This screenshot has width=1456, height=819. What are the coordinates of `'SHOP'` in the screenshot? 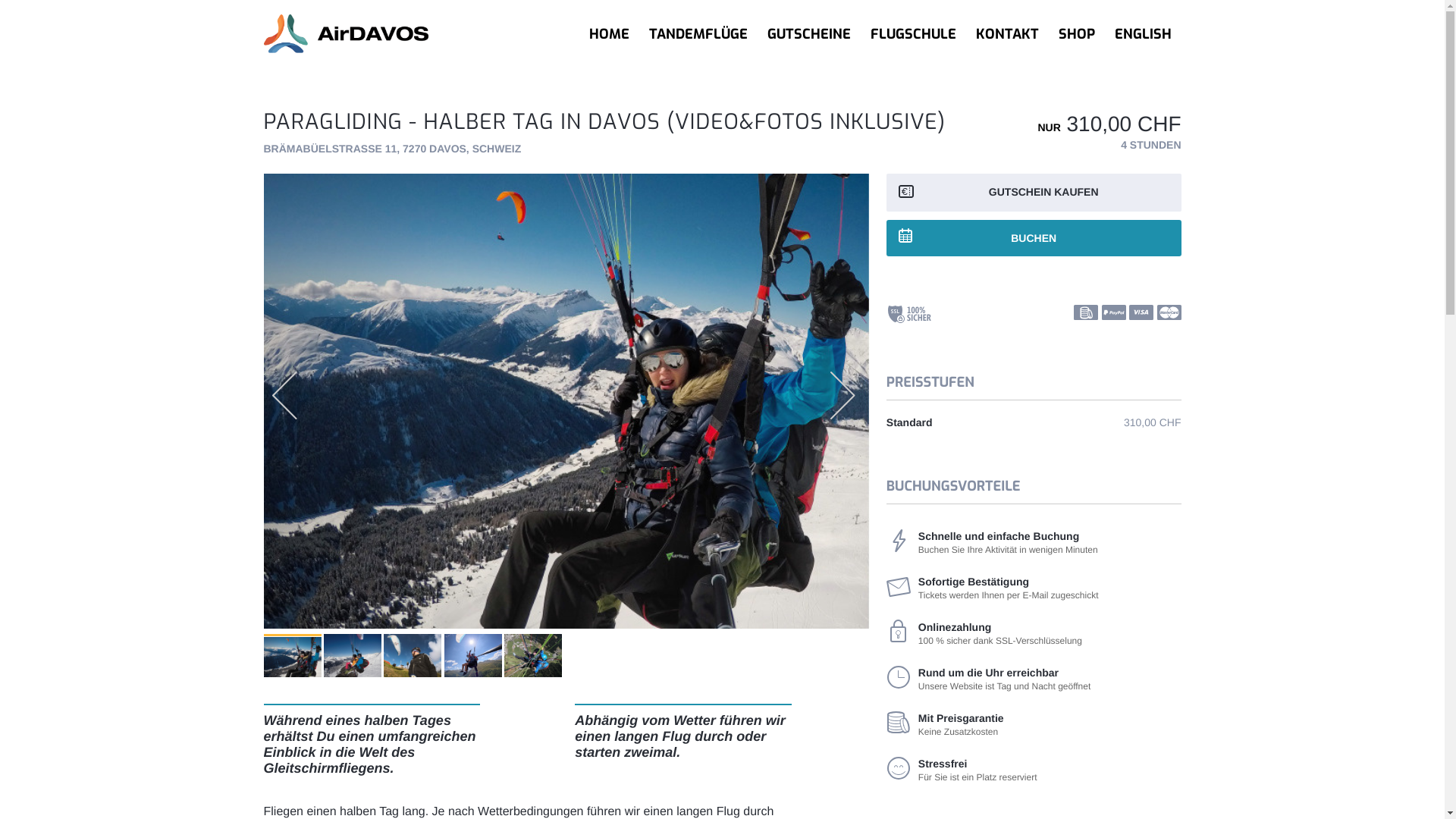 It's located at (1075, 34).